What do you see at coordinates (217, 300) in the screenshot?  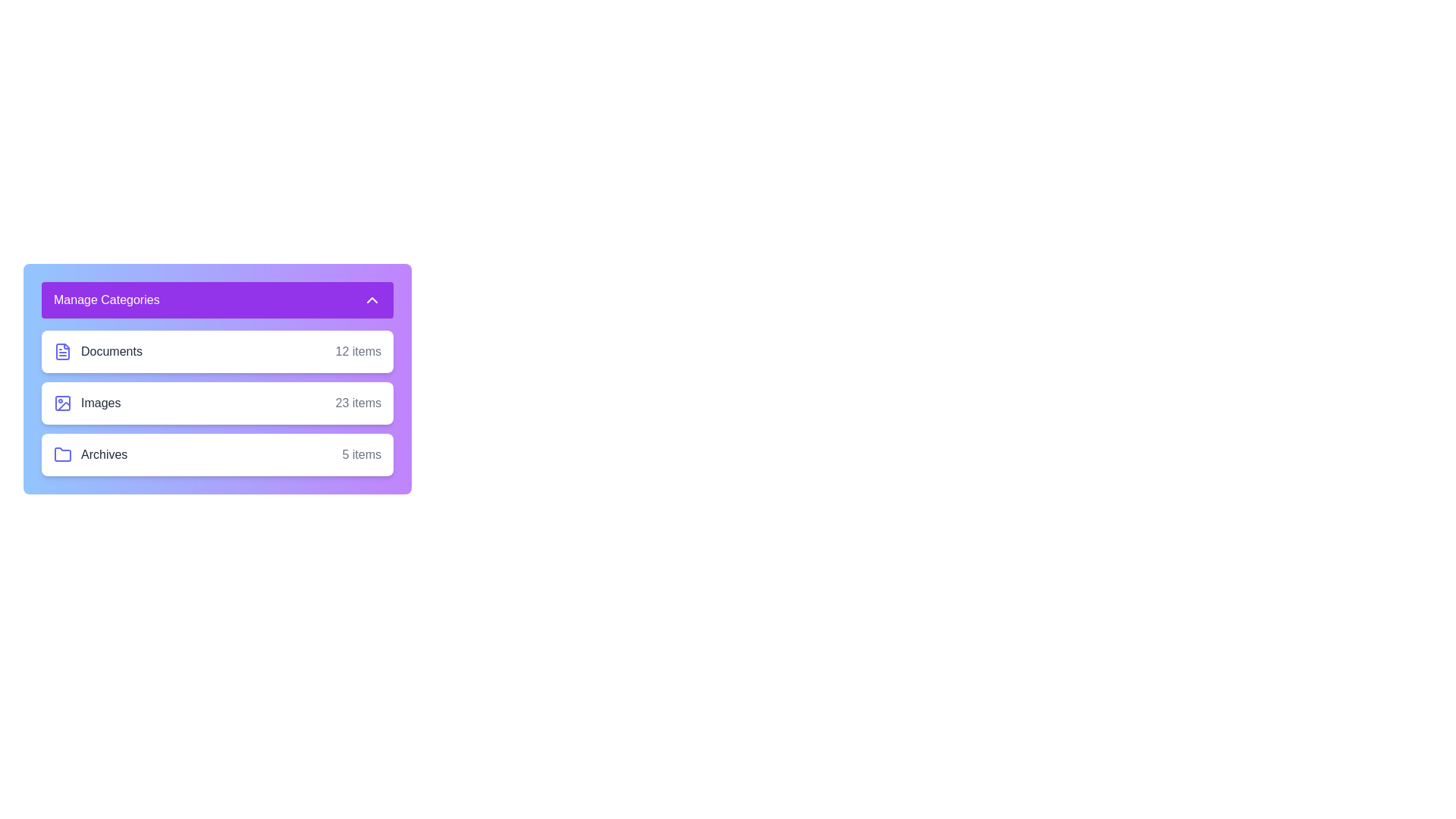 I see `the 'Manage Categories' button to toggle the menu expansion` at bounding box center [217, 300].